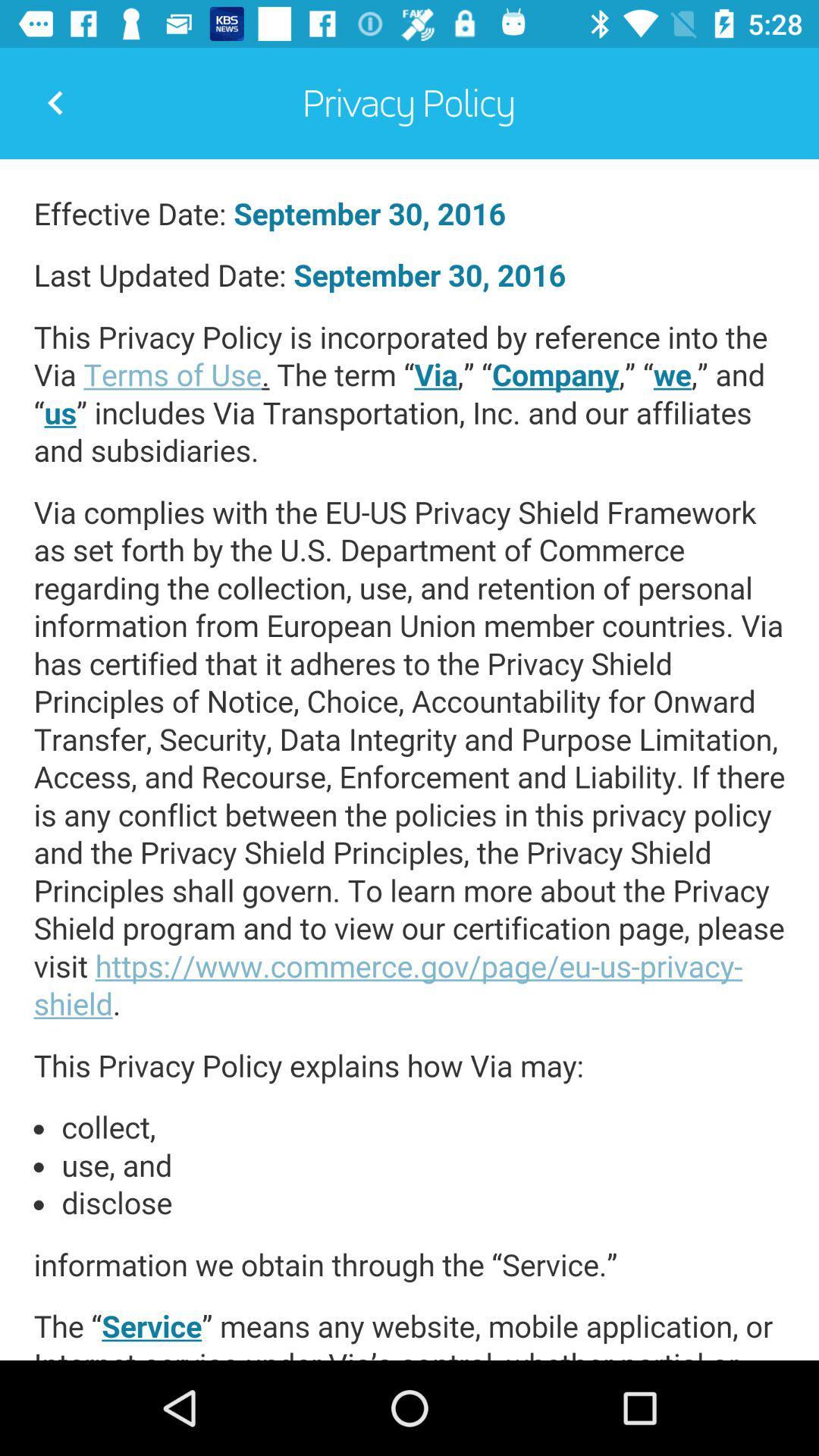  Describe the element at coordinates (409, 760) in the screenshot. I see `privacy policy page` at that location.